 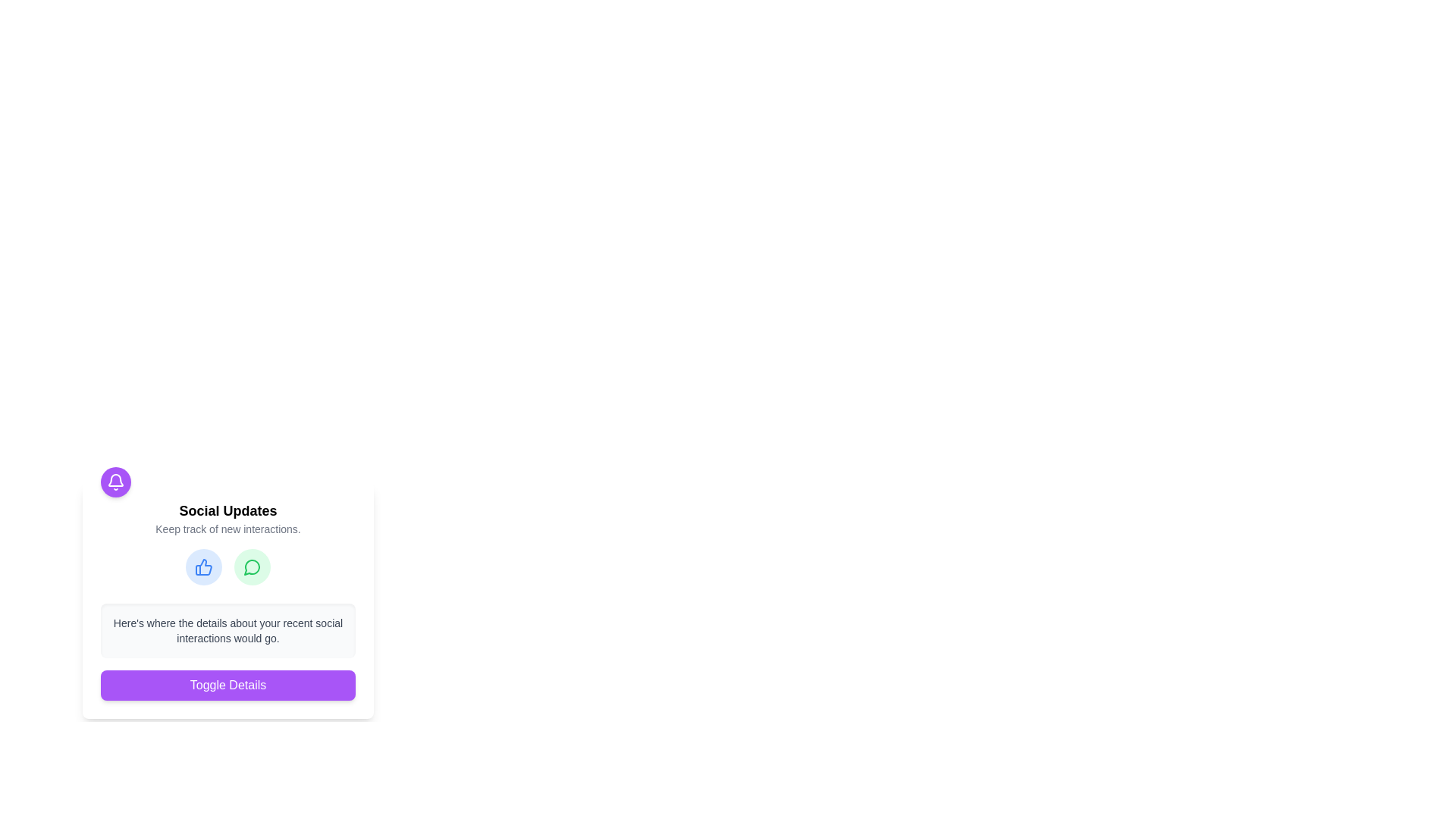 I want to click on the bell icon with a white outline on a purple circular background, located in the top-left area above the 'Social Updates' card component, so click(x=115, y=482).